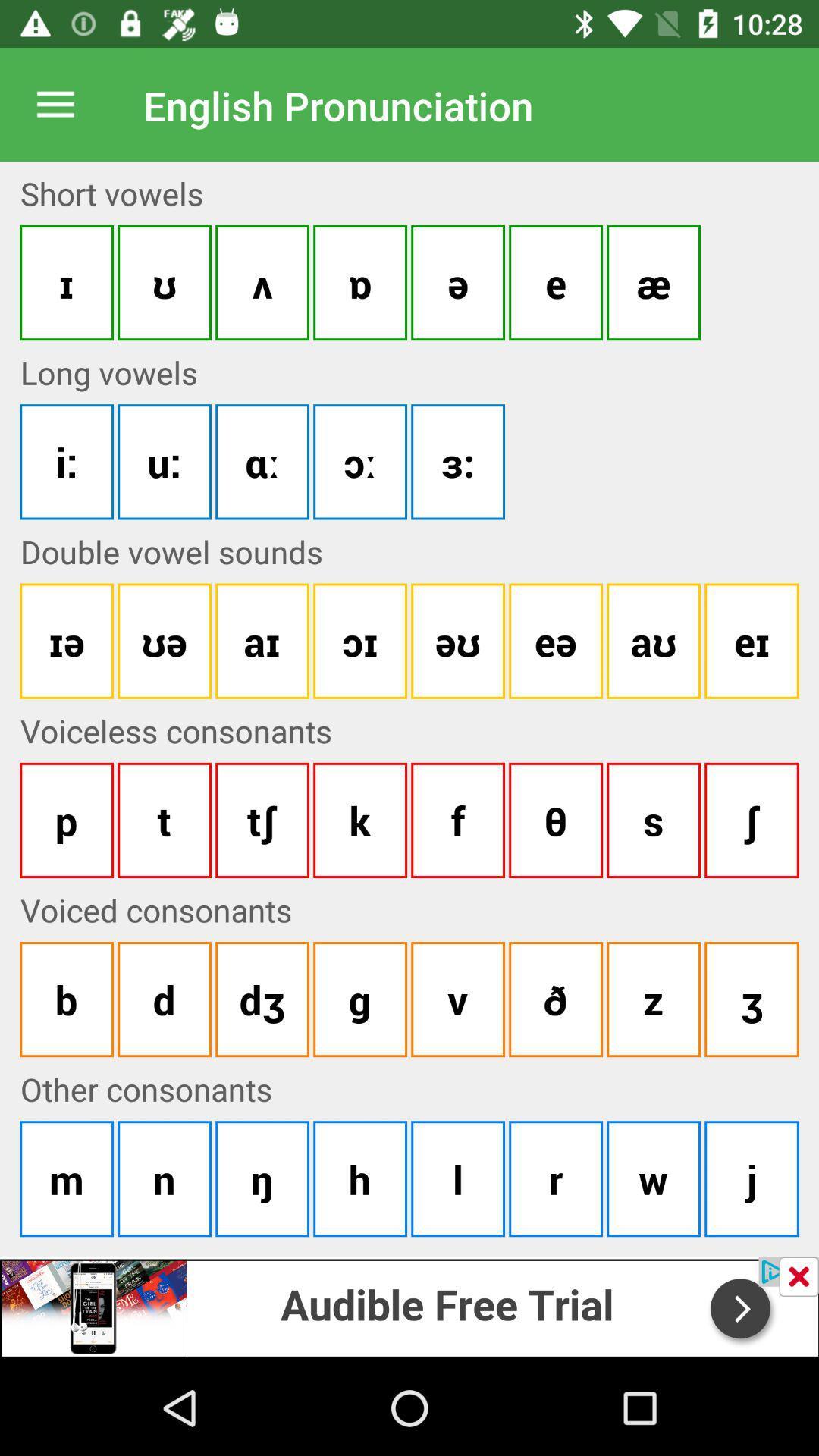 The height and width of the screenshot is (1456, 819). I want to click on the 8th box with symbol below voiced consonants, so click(752, 999).